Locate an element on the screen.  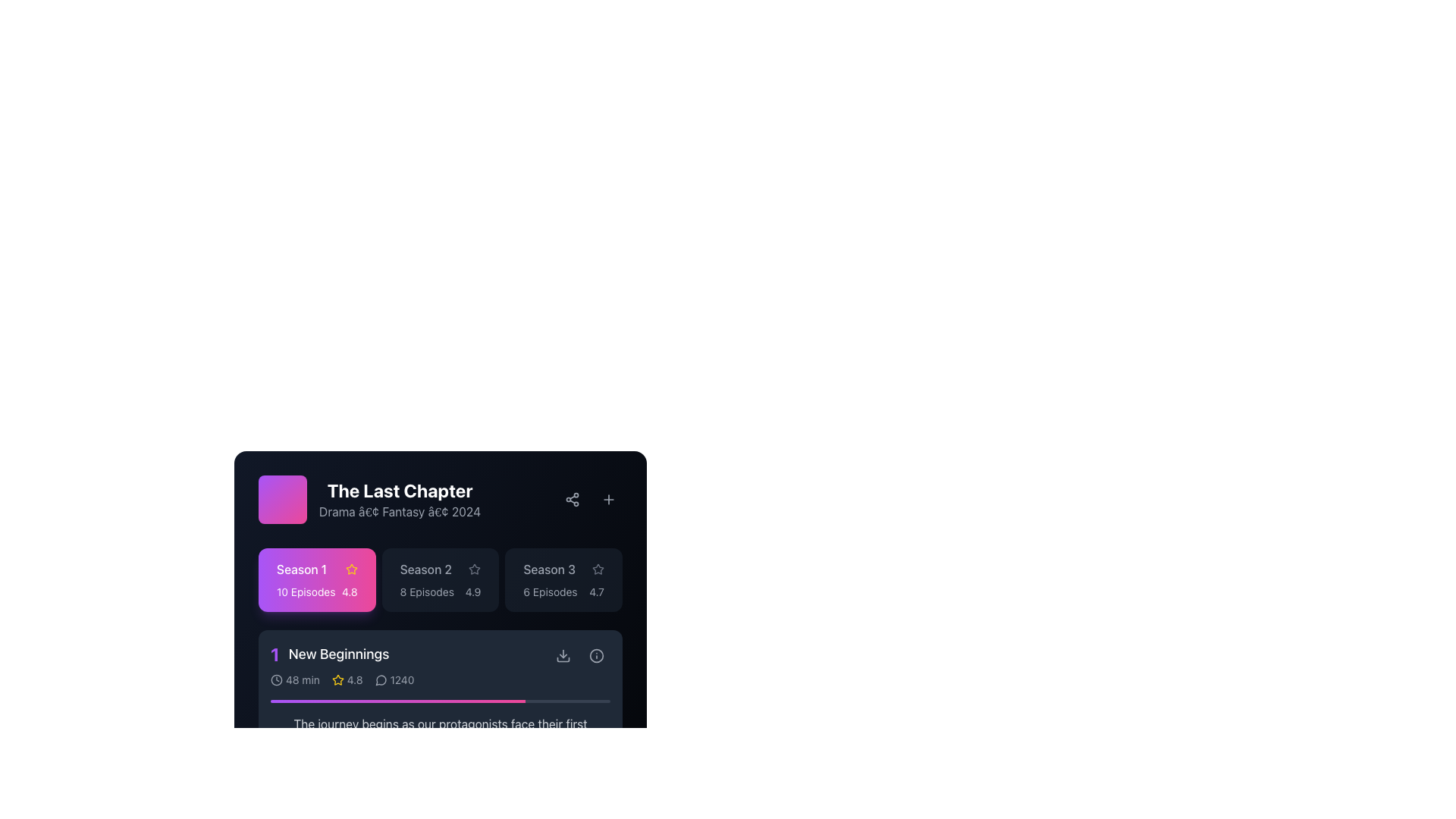
the text label that describes a specific episode or section of content, which is located to the right of the numeric label '1' is located at coordinates (337, 654).